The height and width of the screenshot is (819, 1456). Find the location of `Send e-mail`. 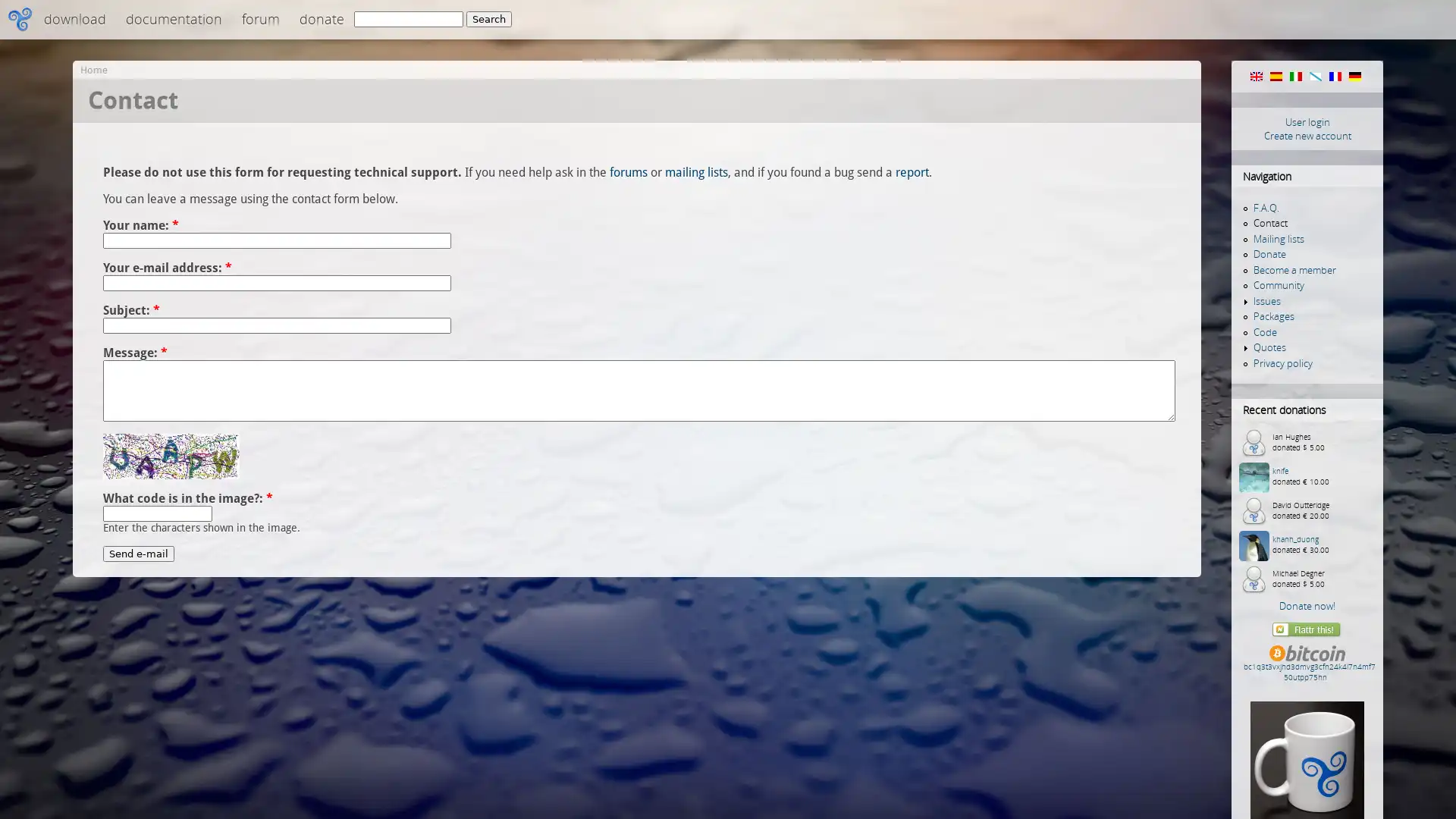

Send e-mail is located at coordinates (138, 554).